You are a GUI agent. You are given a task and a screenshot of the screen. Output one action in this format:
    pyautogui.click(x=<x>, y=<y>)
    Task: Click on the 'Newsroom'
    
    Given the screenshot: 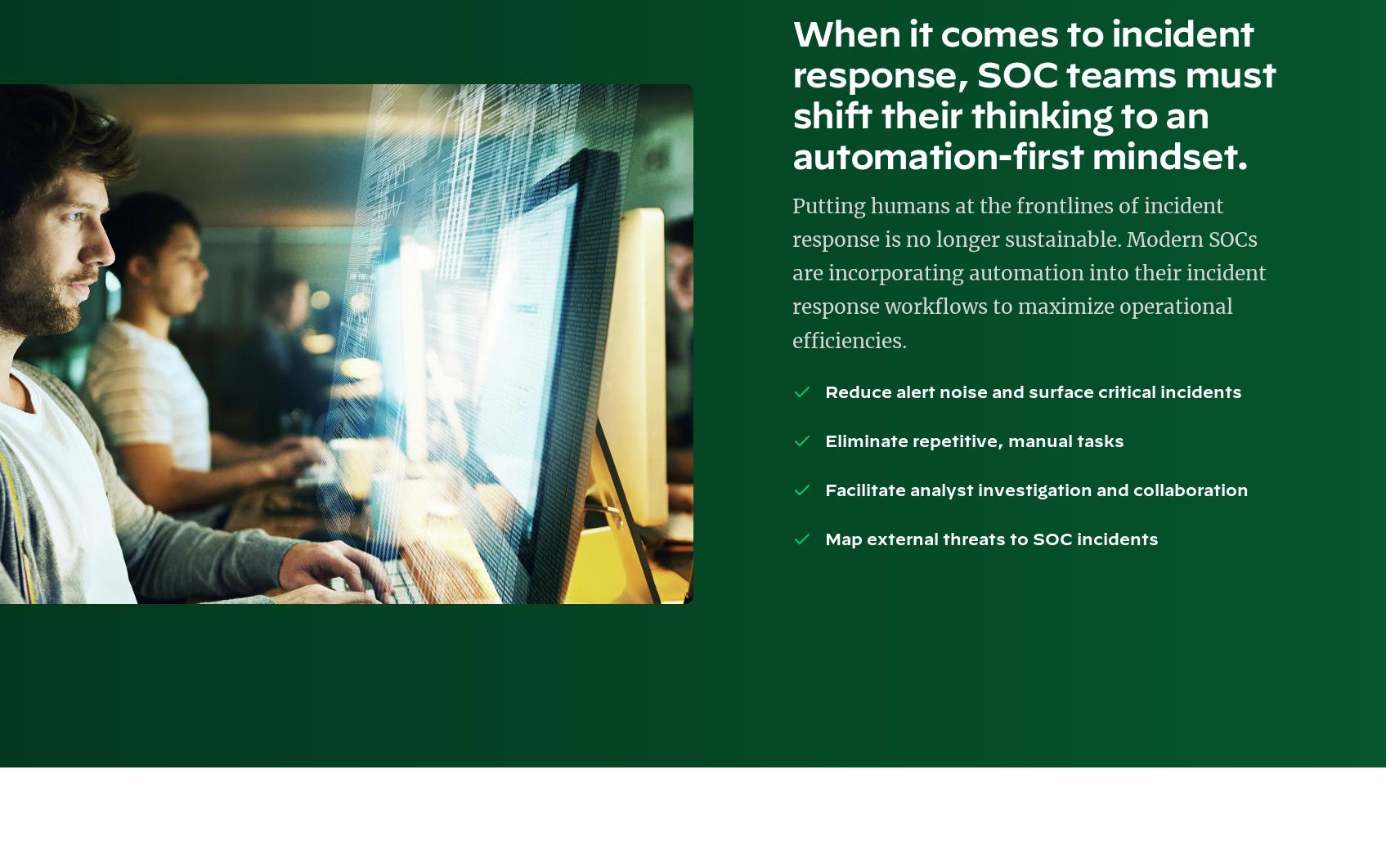 What is the action you would take?
    pyautogui.click(x=573, y=315)
    